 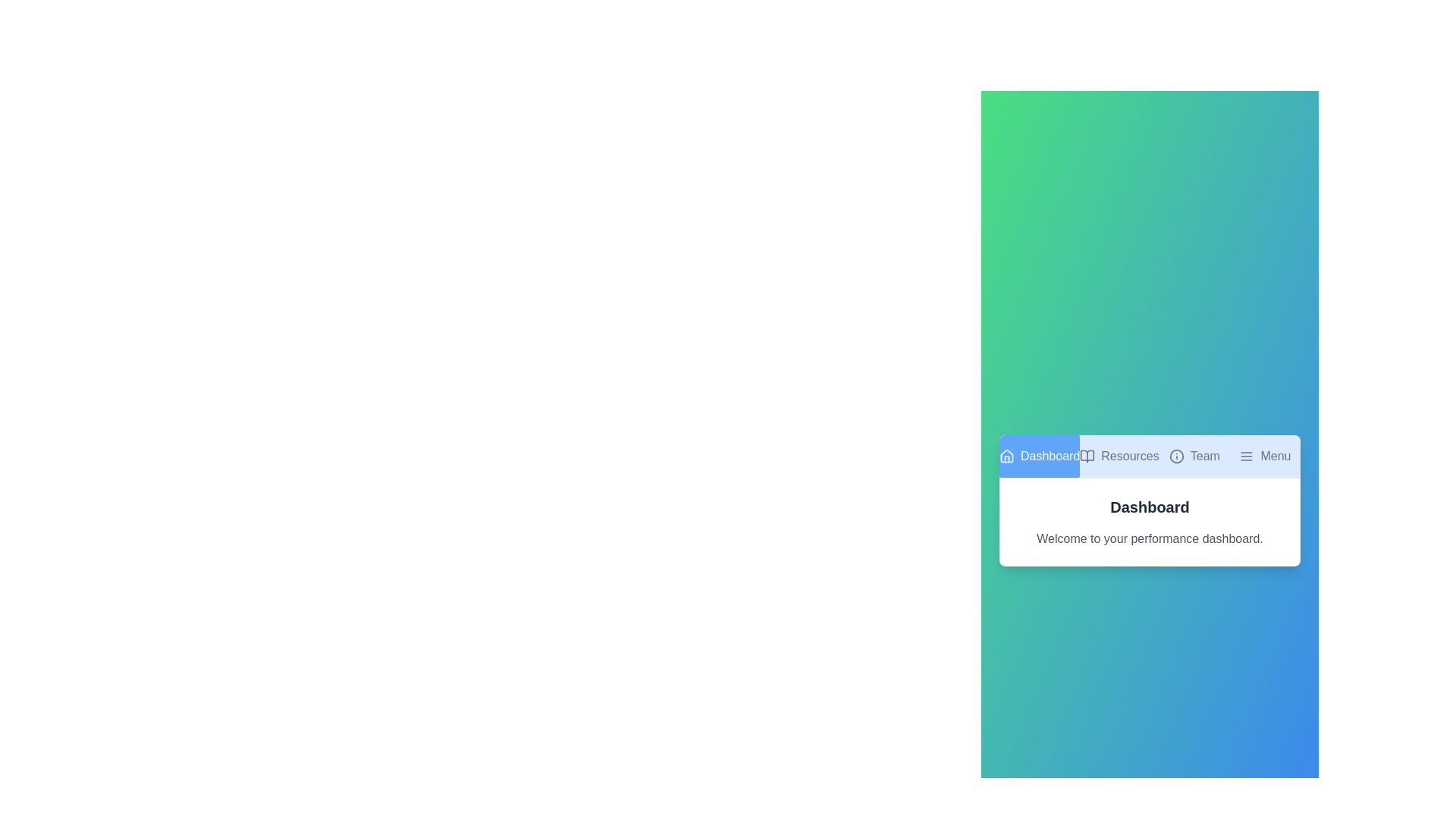 I want to click on the tab Dashboard by clicking on its corresponding button, so click(x=1039, y=455).